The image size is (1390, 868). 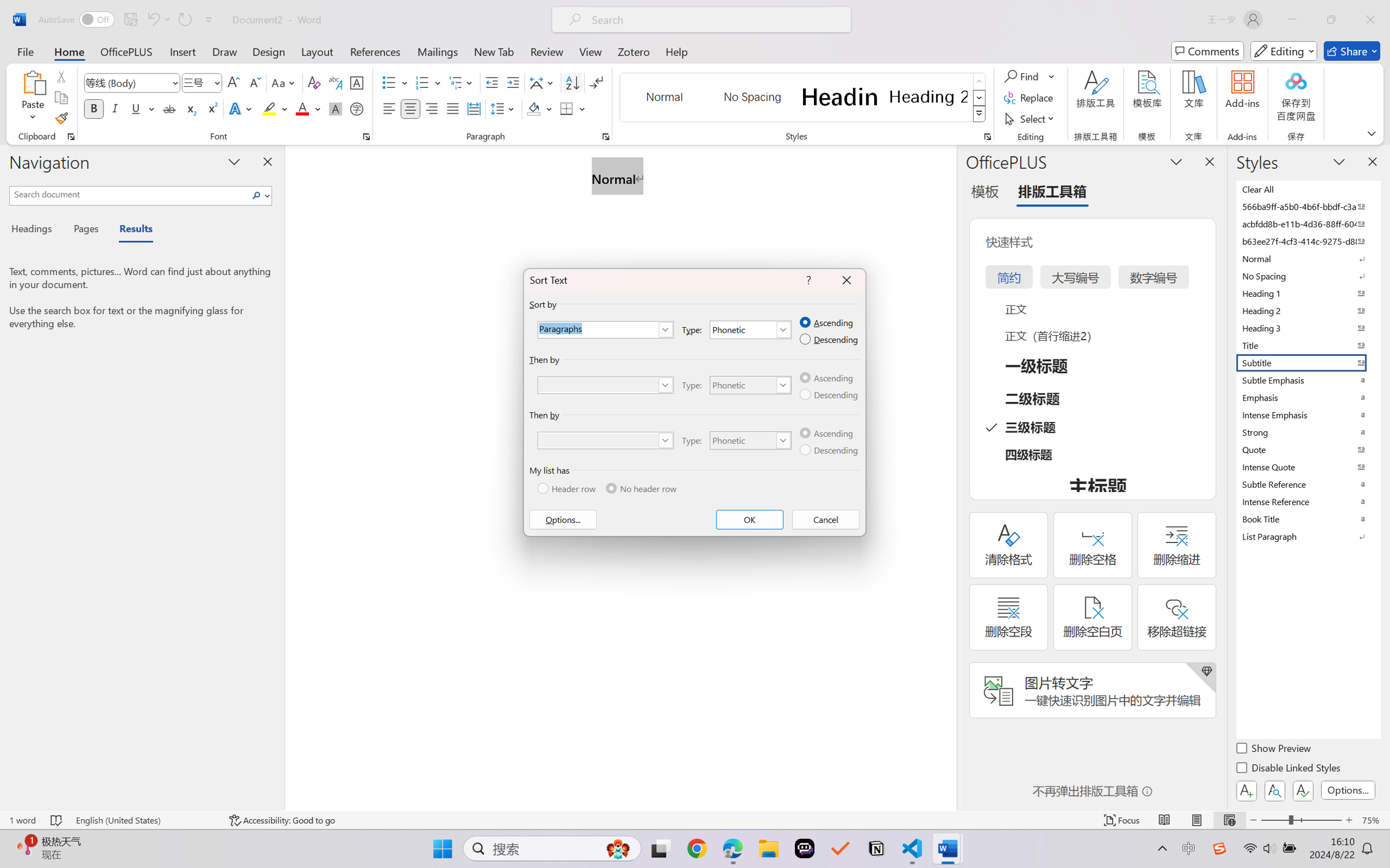 I want to click on 'Styles', so click(x=978, y=114).